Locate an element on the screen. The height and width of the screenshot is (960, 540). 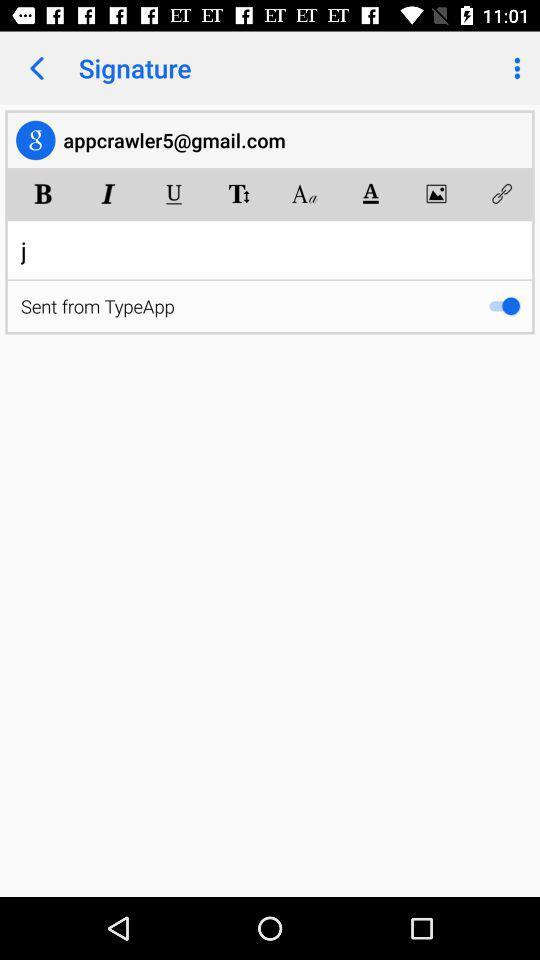
item above j icon is located at coordinates (173, 194).